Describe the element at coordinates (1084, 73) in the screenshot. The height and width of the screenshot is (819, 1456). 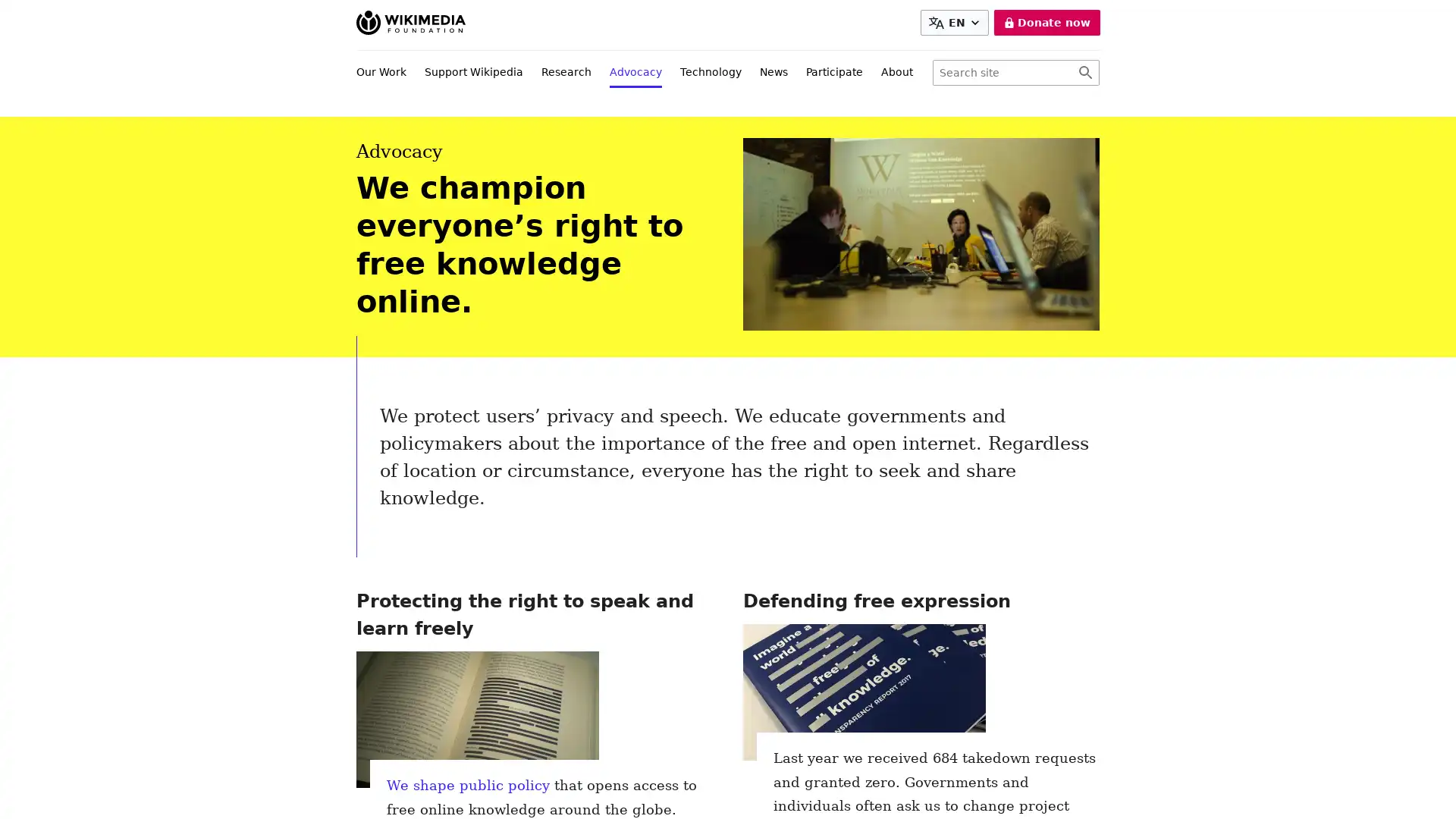
I see `Search` at that location.